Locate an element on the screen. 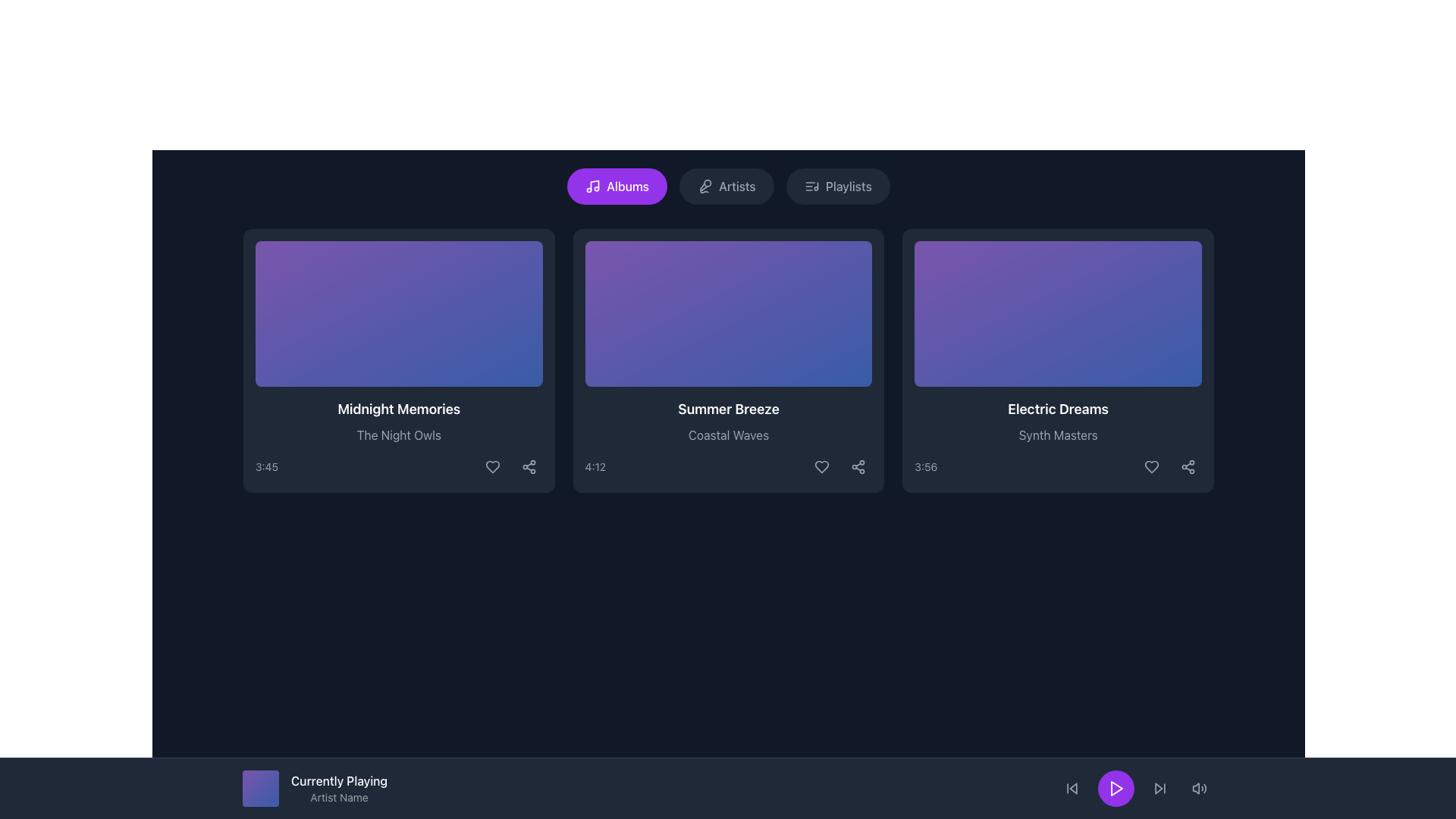  the 'Artists' button icon located in the navigation bar, which represents vocal or artist-related content is located at coordinates (704, 186).